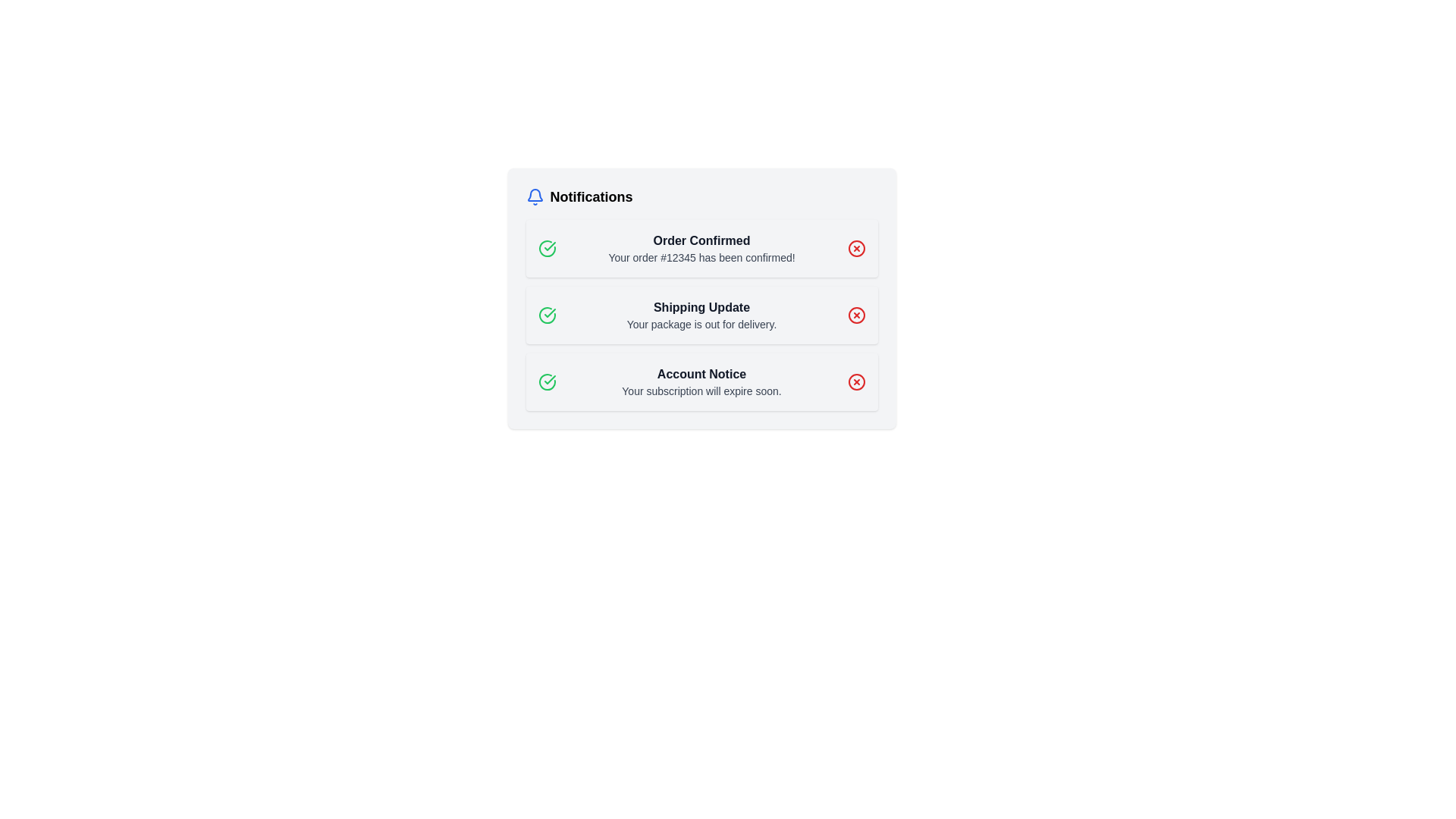 The height and width of the screenshot is (819, 1456). What do you see at coordinates (535, 196) in the screenshot?
I see `the bell icon with a blue outline located next to the word 'Notifications' in the notifications section` at bounding box center [535, 196].